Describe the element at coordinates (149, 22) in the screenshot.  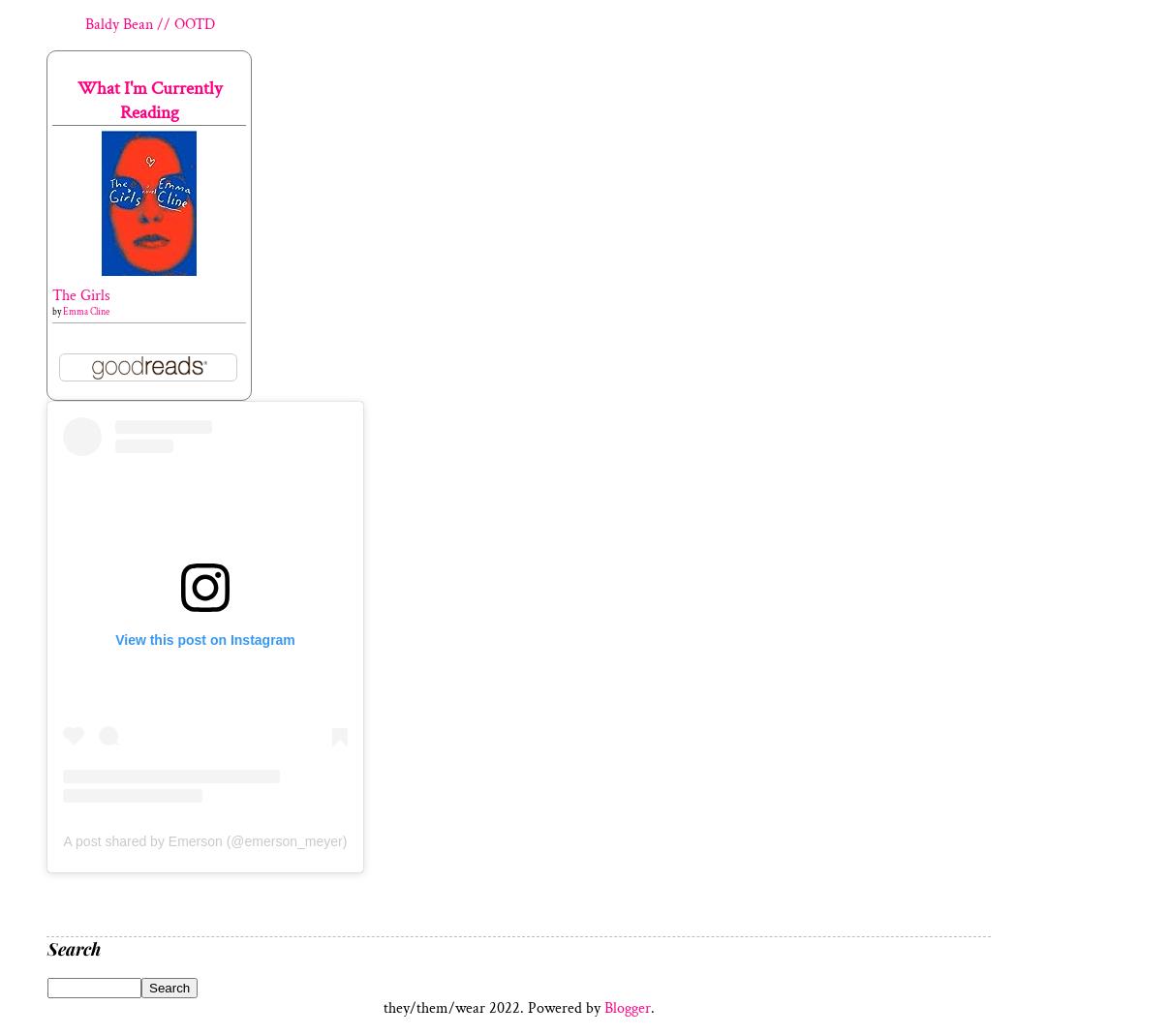
I see `'Baldy Bean // OOTD'` at that location.